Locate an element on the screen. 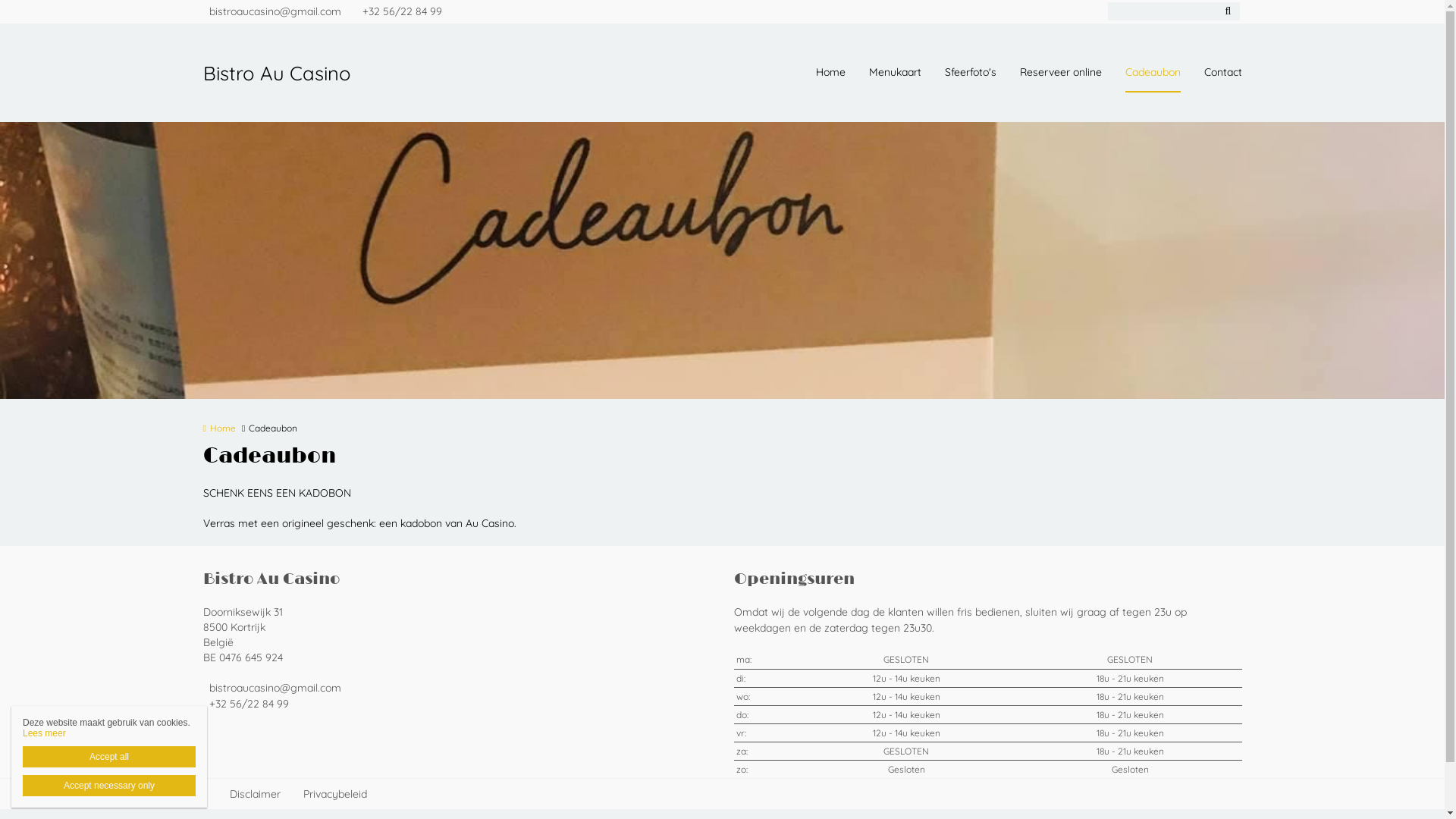 The height and width of the screenshot is (819, 1456). 'Accept all' is located at coordinates (22, 757).